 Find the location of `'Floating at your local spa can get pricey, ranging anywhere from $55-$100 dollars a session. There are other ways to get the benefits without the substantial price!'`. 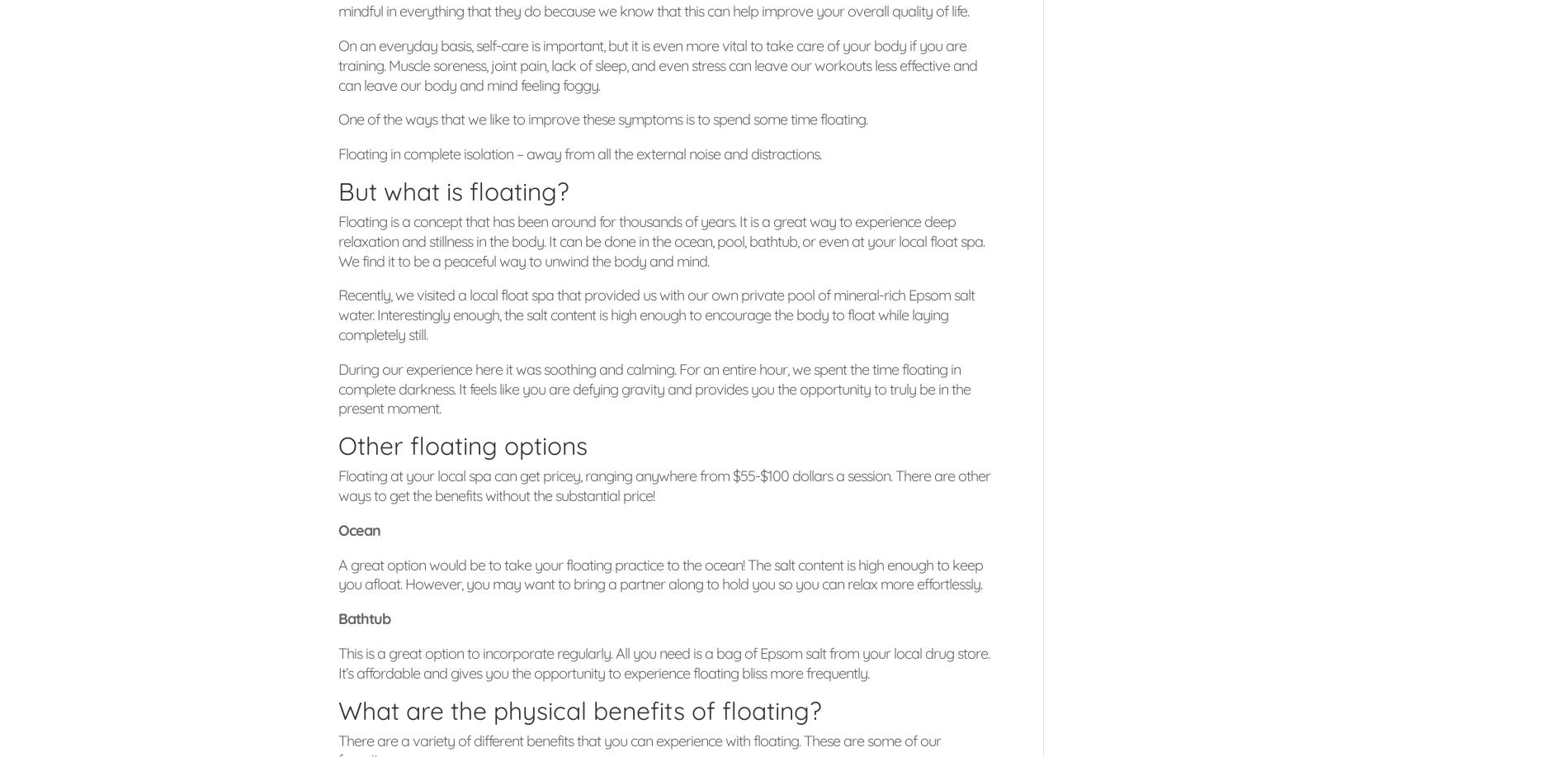

'Floating at your local spa can get pricey, ranging anywhere from $55-$100 dollars a session. There are other ways to get the benefits without the substantial price!' is located at coordinates (664, 485).